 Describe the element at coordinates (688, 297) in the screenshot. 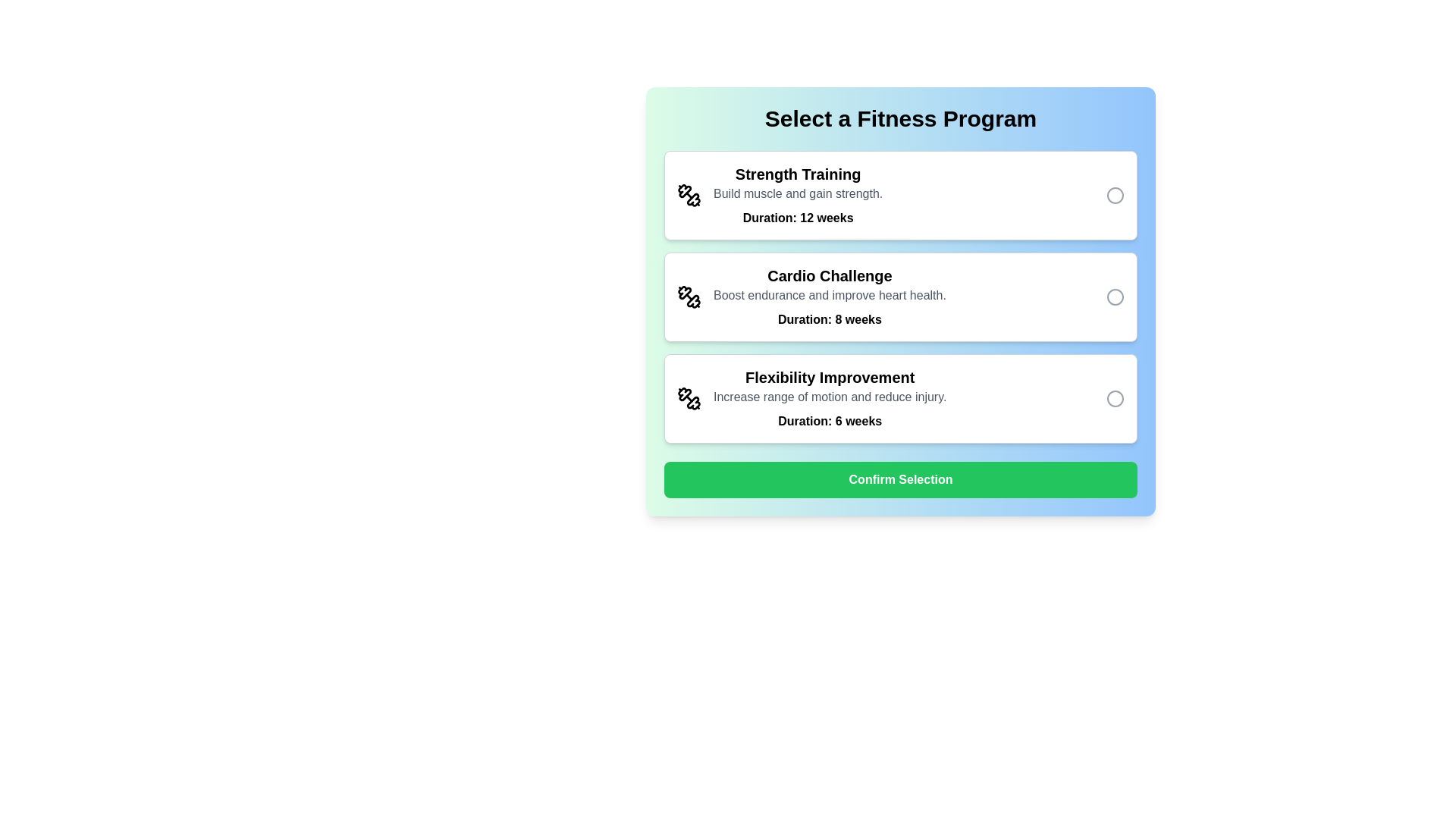

I see `the 'Cardio Challenge' icon located in the second row of fitness program options, positioned to the far left next to the textual content 'Cardio Challenge'` at that location.